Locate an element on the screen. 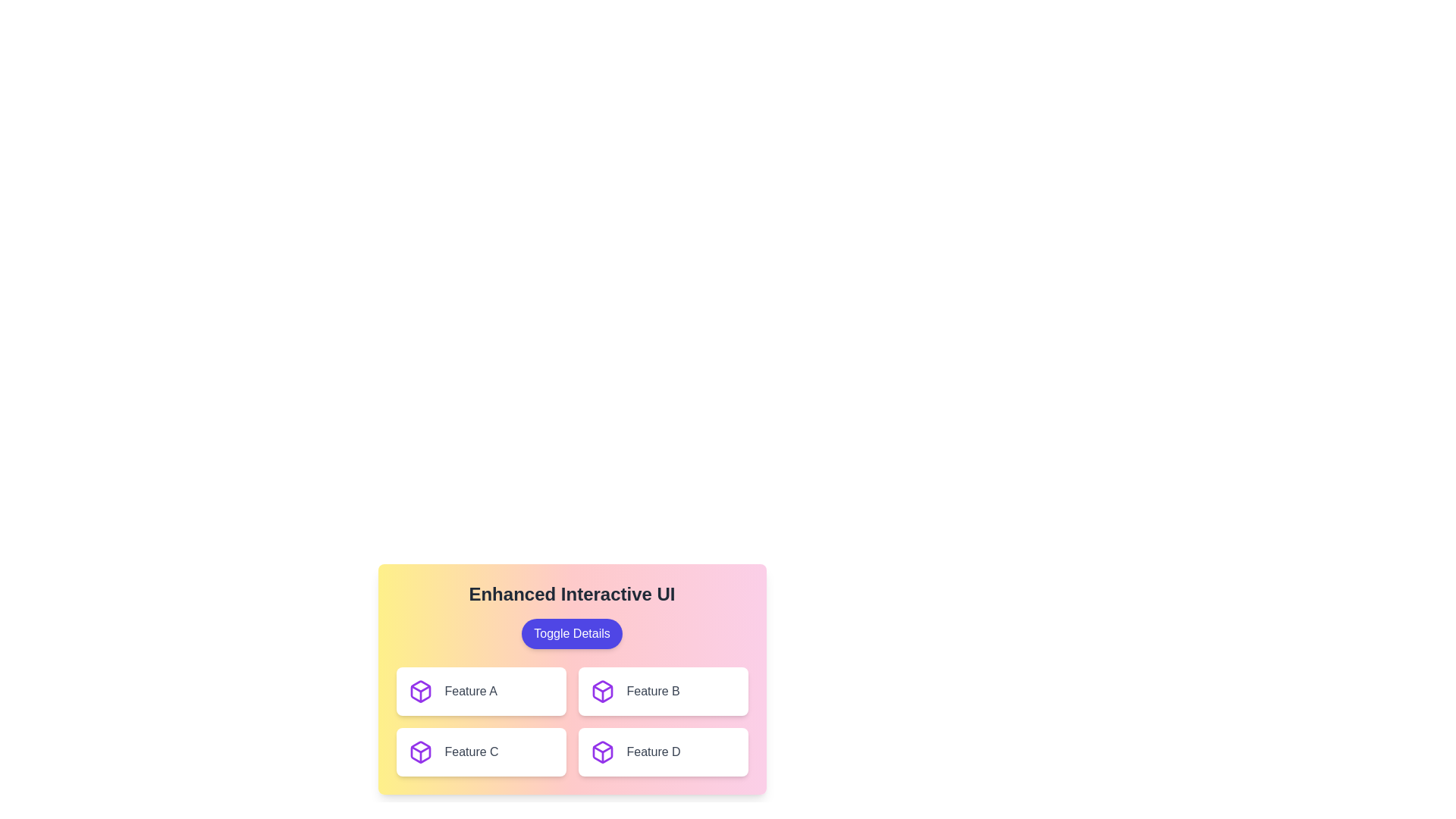 The height and width of the screenshot is (819, 1456). the purple 3D cube icon adjacent to the label 'Feature A' in the top-left section of the grid layout is located at coordinates (420, 691).